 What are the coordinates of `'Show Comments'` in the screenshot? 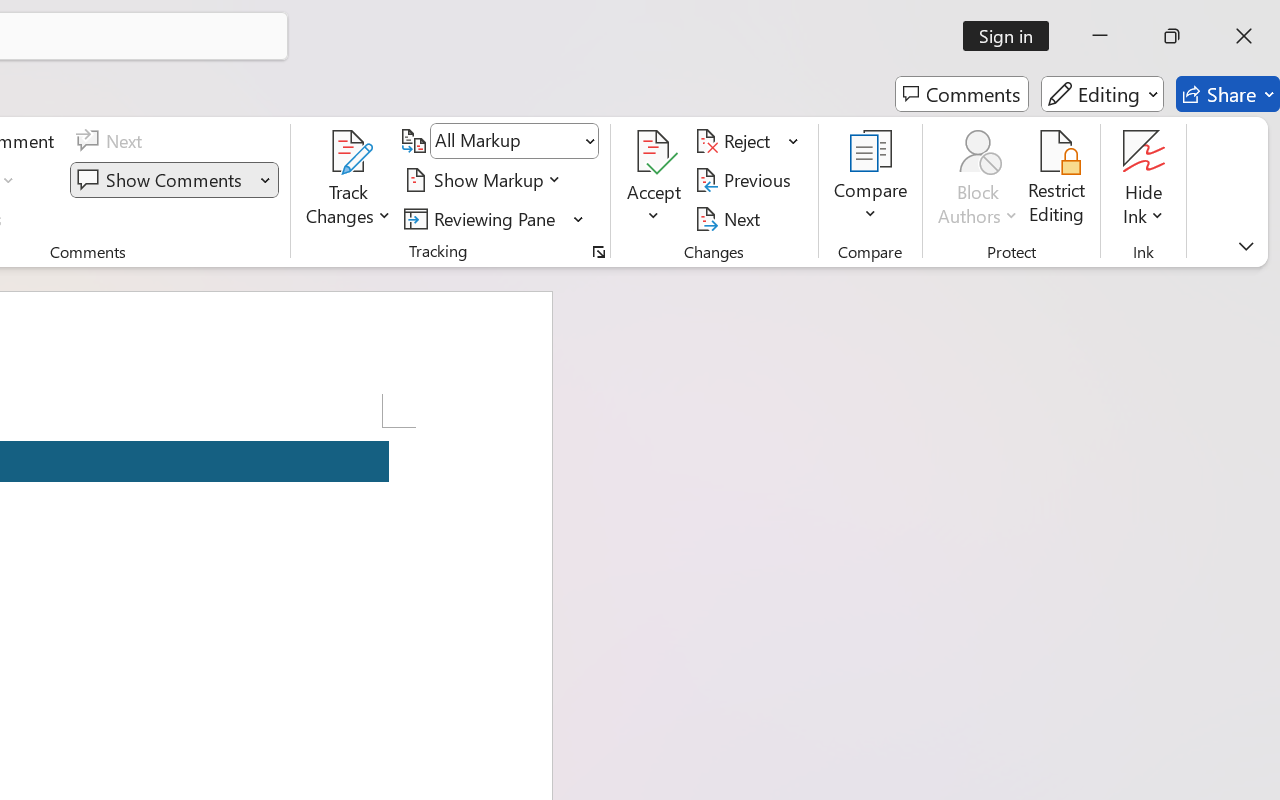 It's located at (174, 179).